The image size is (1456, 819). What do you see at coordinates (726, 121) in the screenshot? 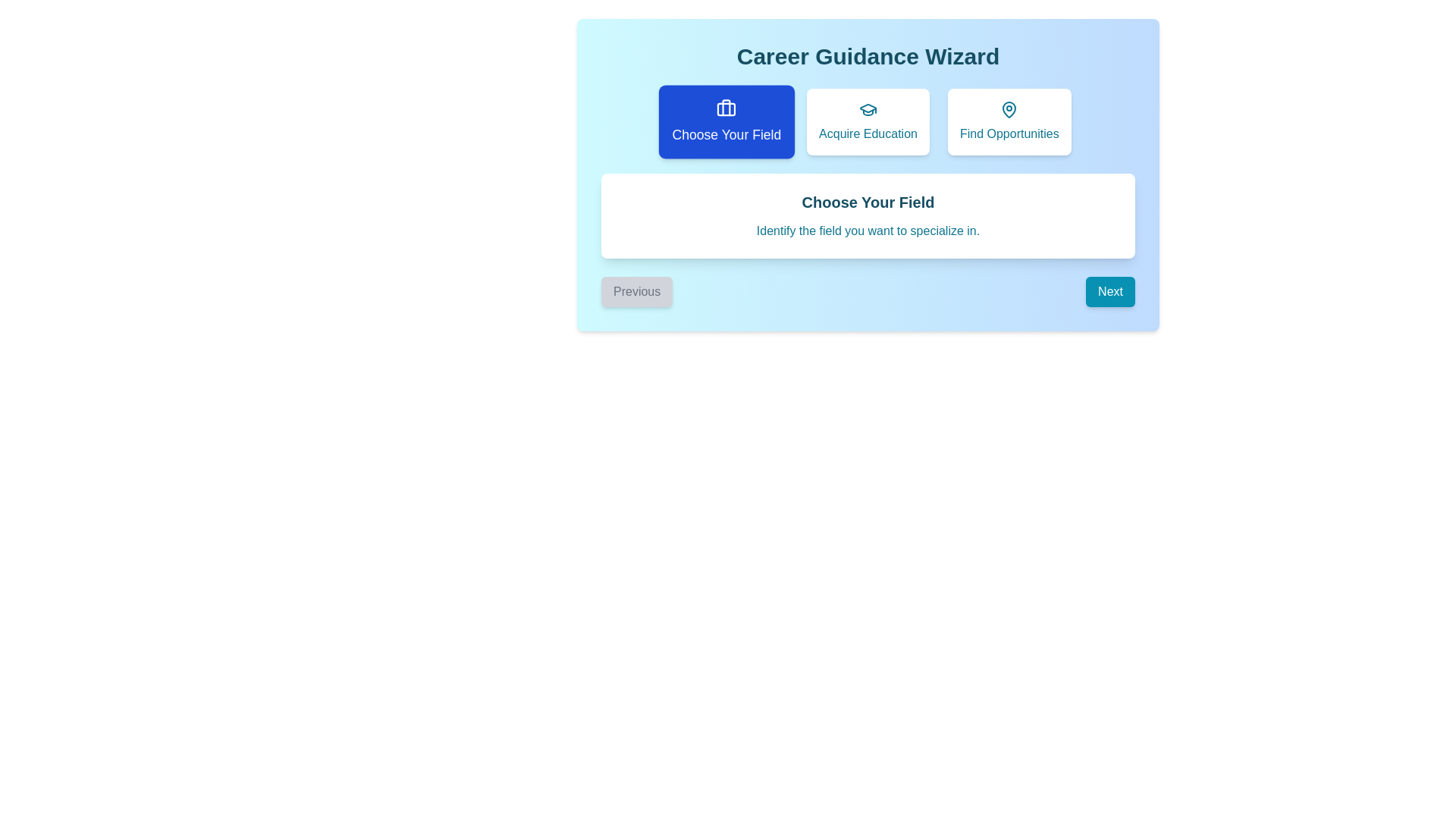
I see `the 'Choose Your Field' button, which is a deep blue rectangular button with rounded corners and a suitcase icon above the text, located centrally in the upper half of the interface` at bounding box center [726, 121].